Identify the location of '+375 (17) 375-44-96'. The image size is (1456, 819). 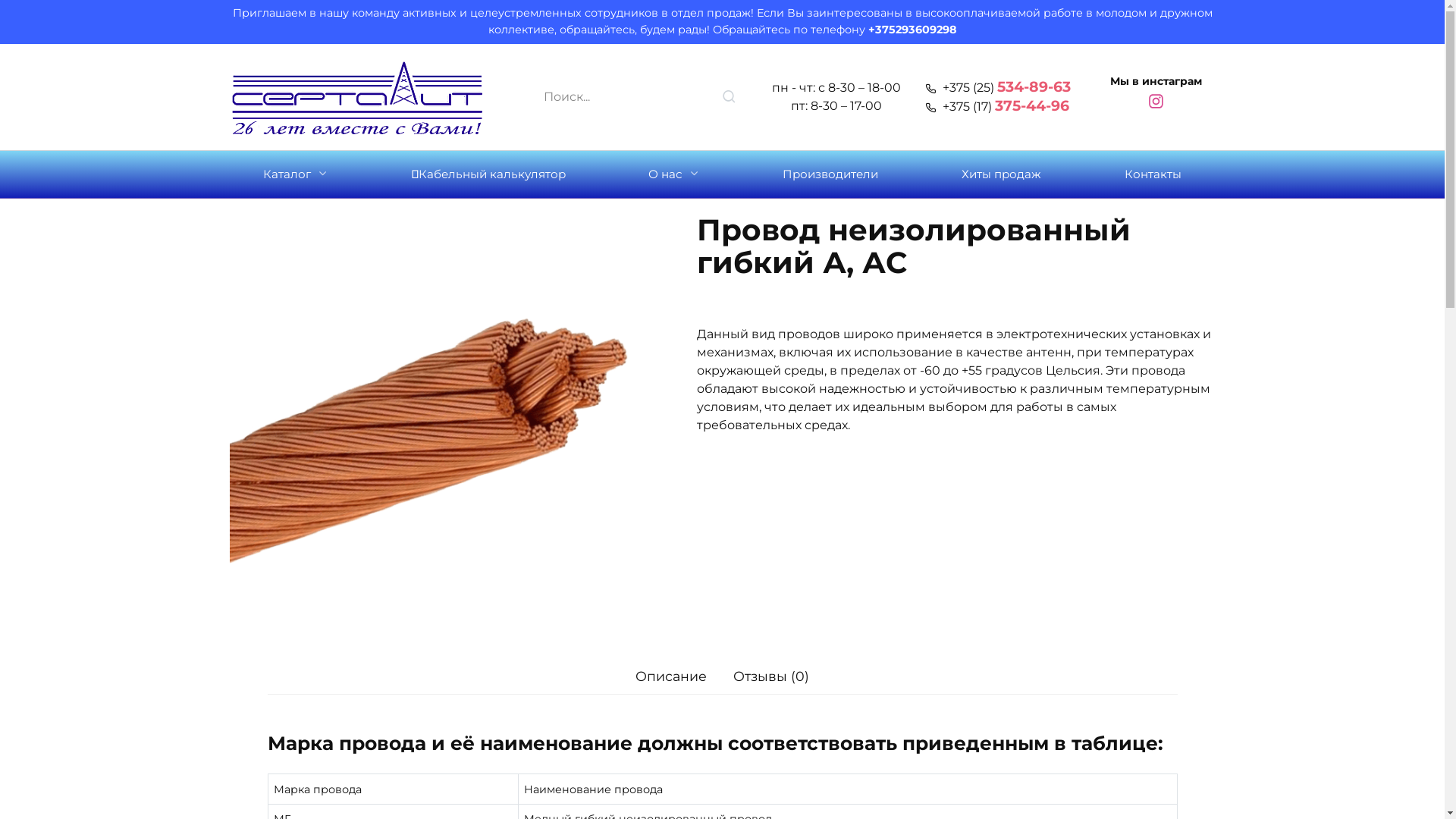
(996, 105).